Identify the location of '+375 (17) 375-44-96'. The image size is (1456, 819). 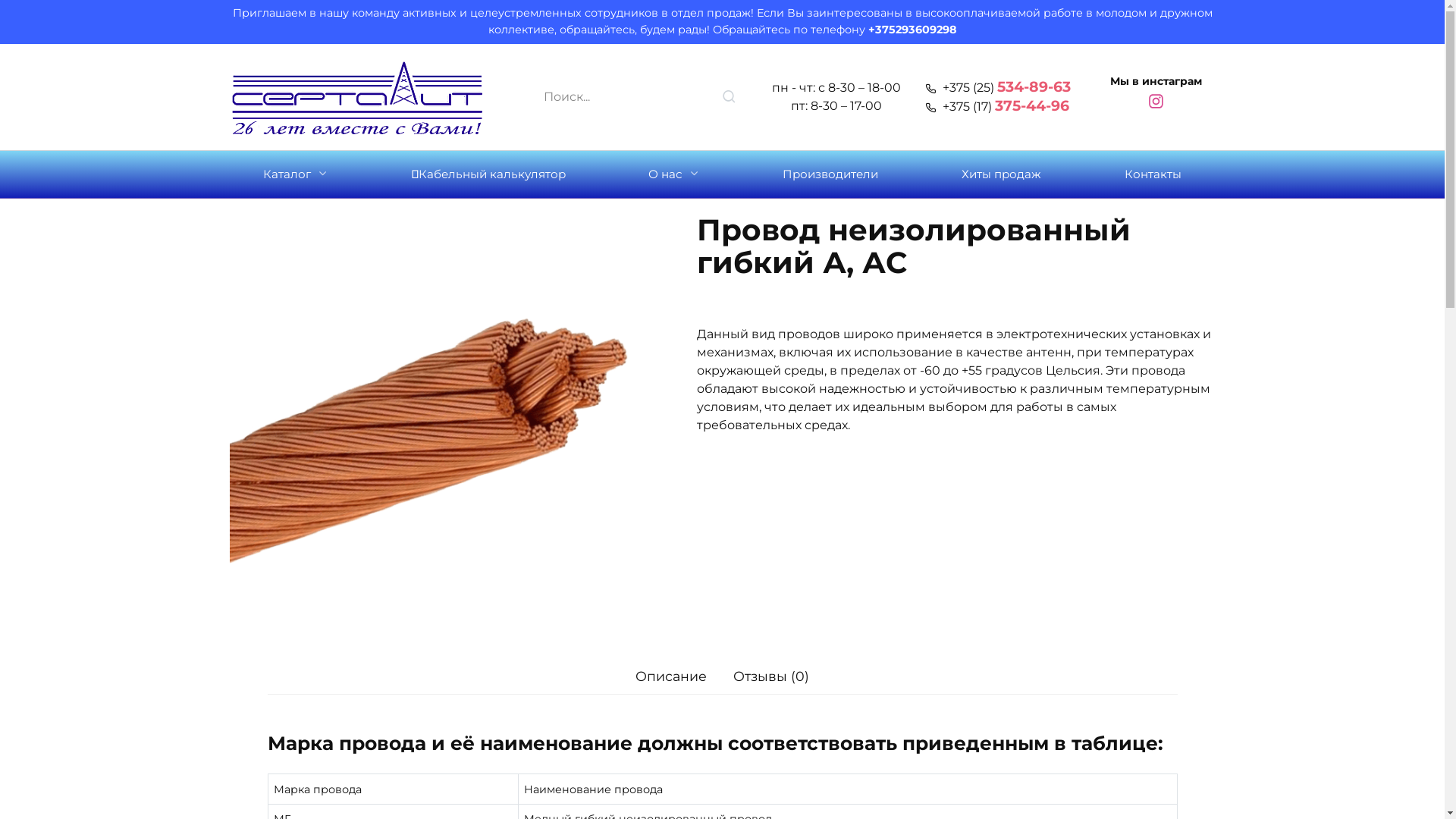
(996, 105).